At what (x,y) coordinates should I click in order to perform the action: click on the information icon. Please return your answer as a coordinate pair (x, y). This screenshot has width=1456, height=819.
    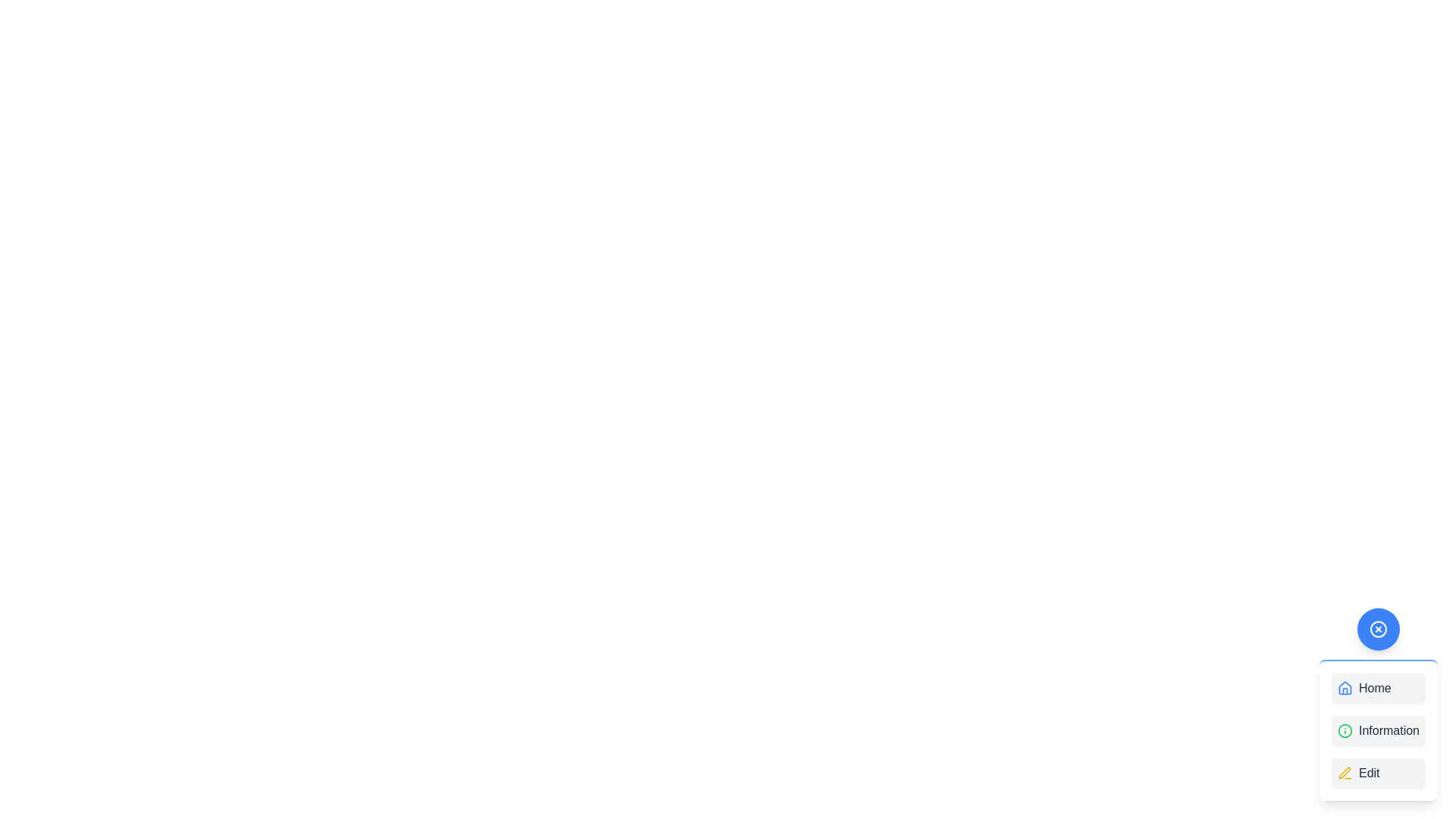
    Looking at the image, I should click on (1345, 730).